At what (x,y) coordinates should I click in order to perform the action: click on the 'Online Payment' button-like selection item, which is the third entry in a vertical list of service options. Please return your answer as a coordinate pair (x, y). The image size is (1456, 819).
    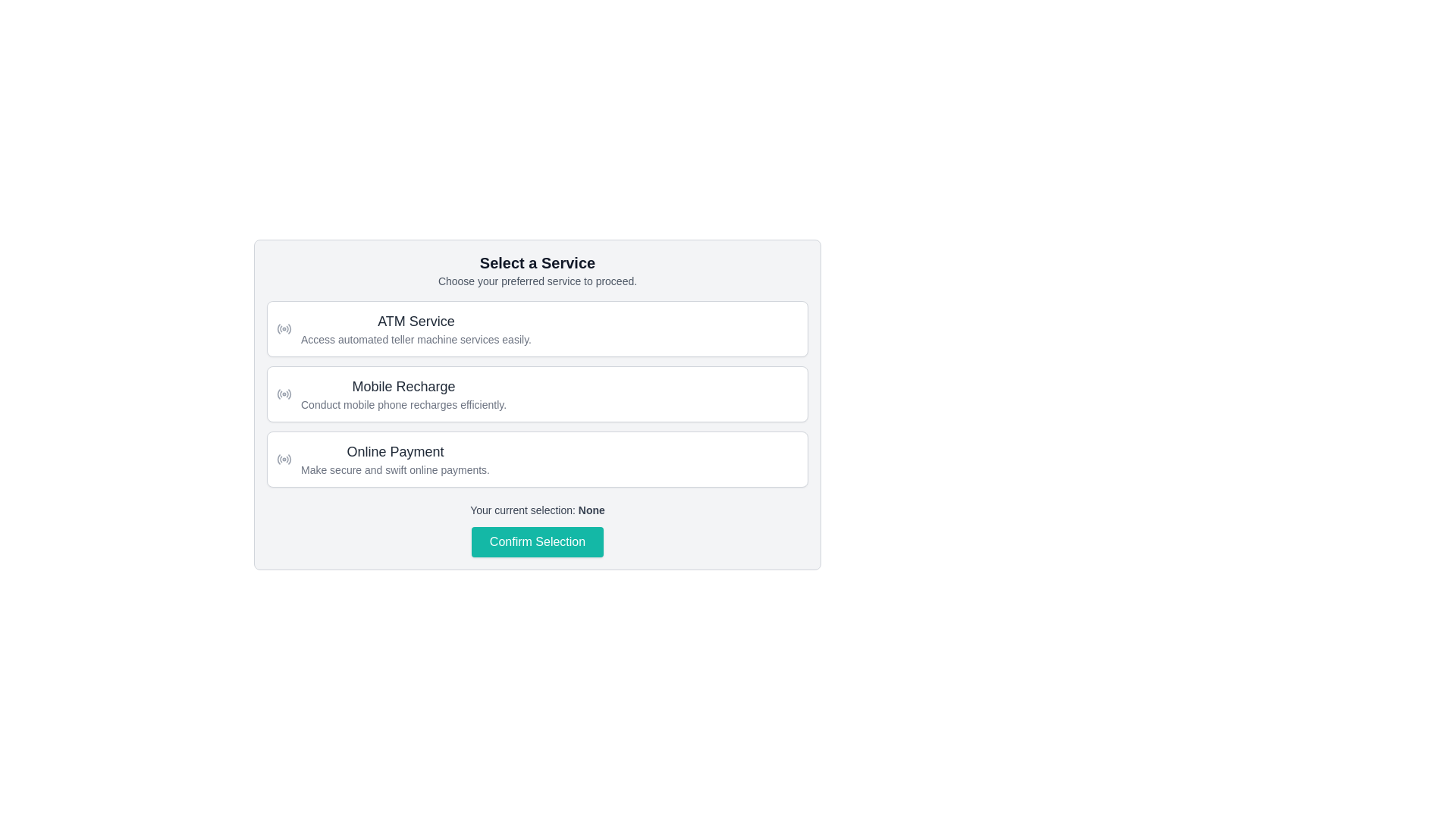
    Looking at the image, I should click on (538, 458).